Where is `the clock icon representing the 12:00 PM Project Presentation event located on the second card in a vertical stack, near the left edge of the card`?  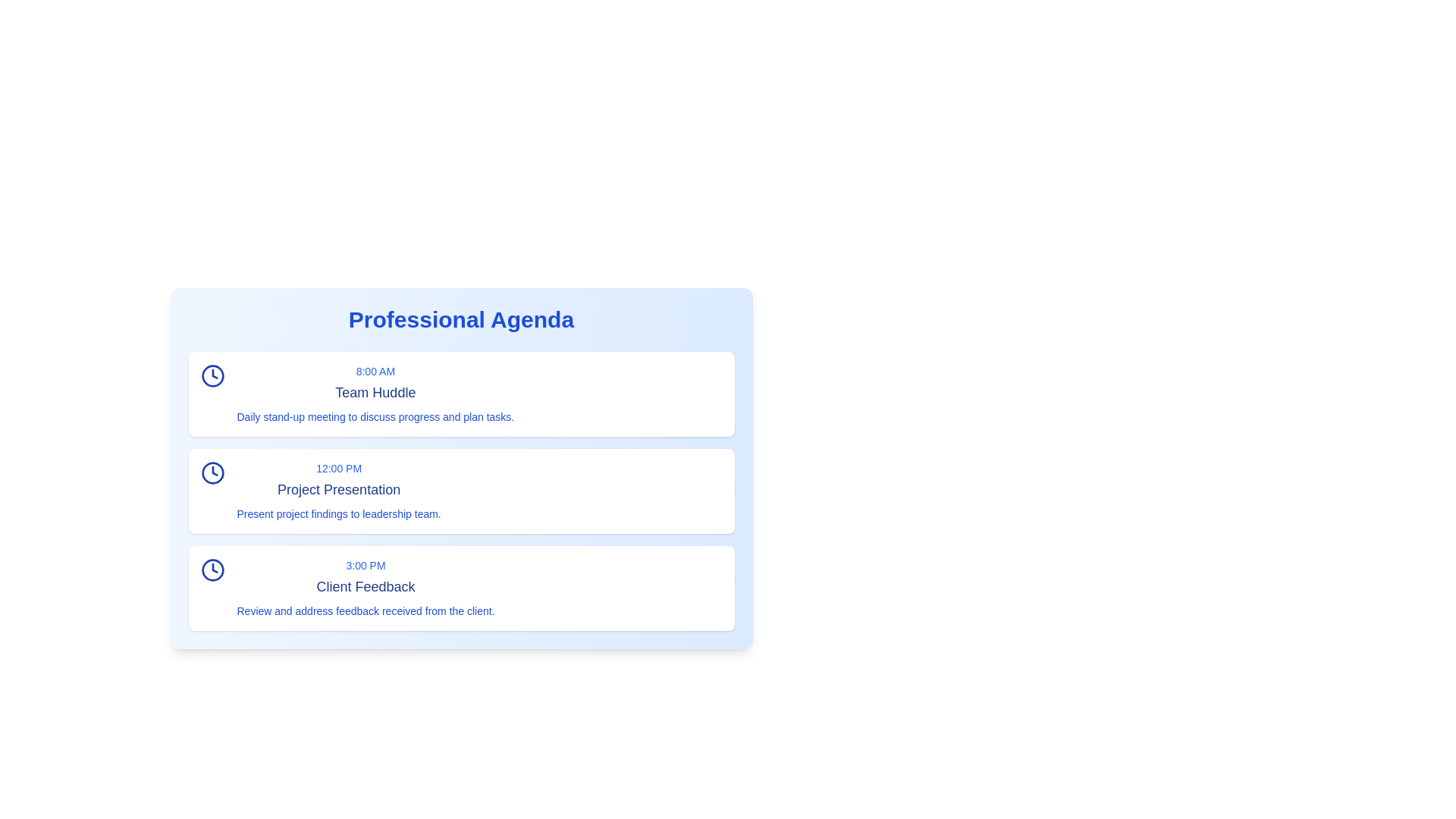 the clock icon representing the 12:00 PM Project Presentation event located on the second card in a vertical stack, near the left edge of the card is located at coordinates (212, 472).